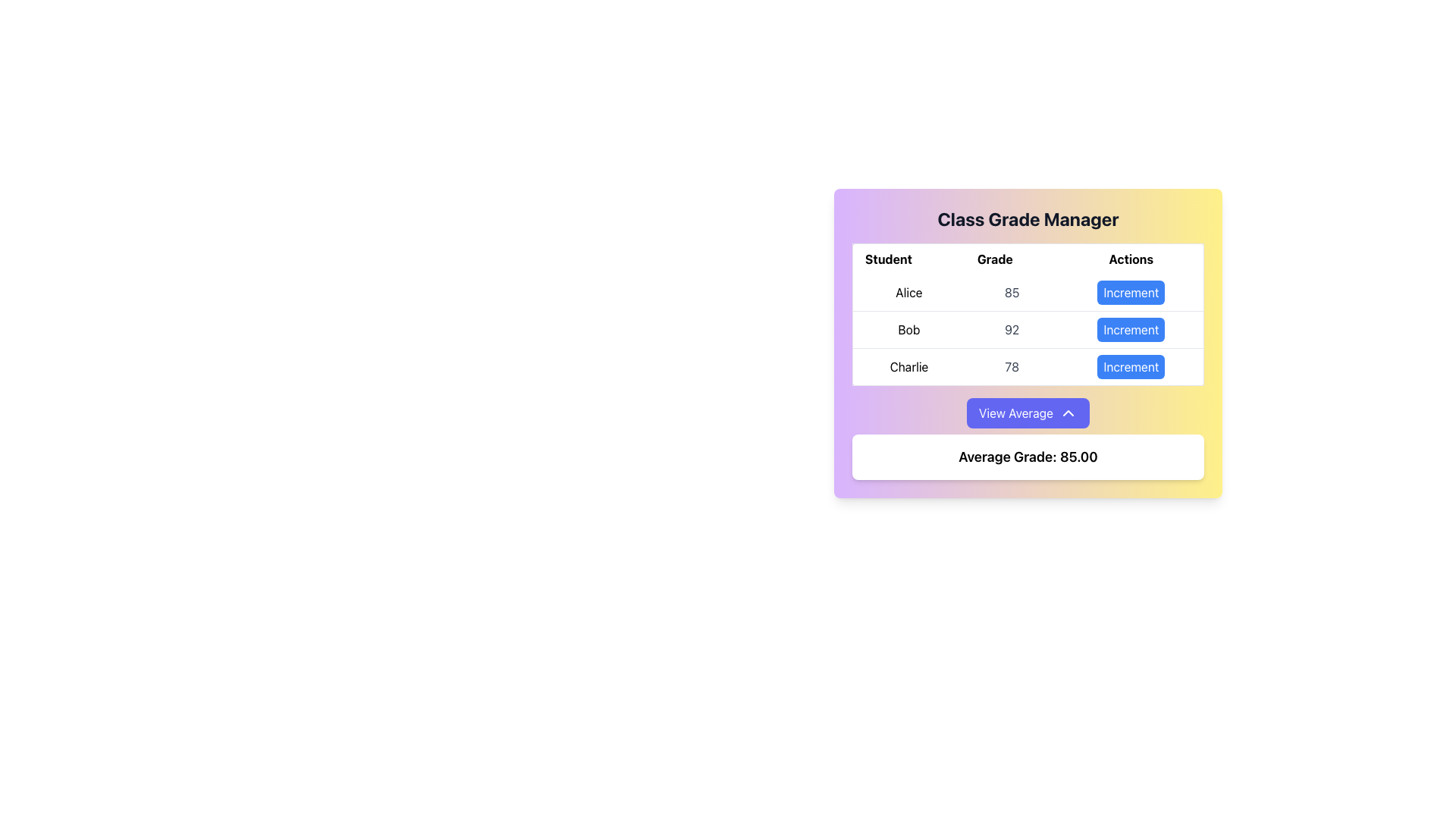 The width and height of the screenshot is (1456, 819). What do you see at coordinates (1028, 219) in the screenshot?
I see `the header text-label UI element that introduces the content of the card related to managing class grades, located at the top portion of the card` at bounding box center [1028, 219].